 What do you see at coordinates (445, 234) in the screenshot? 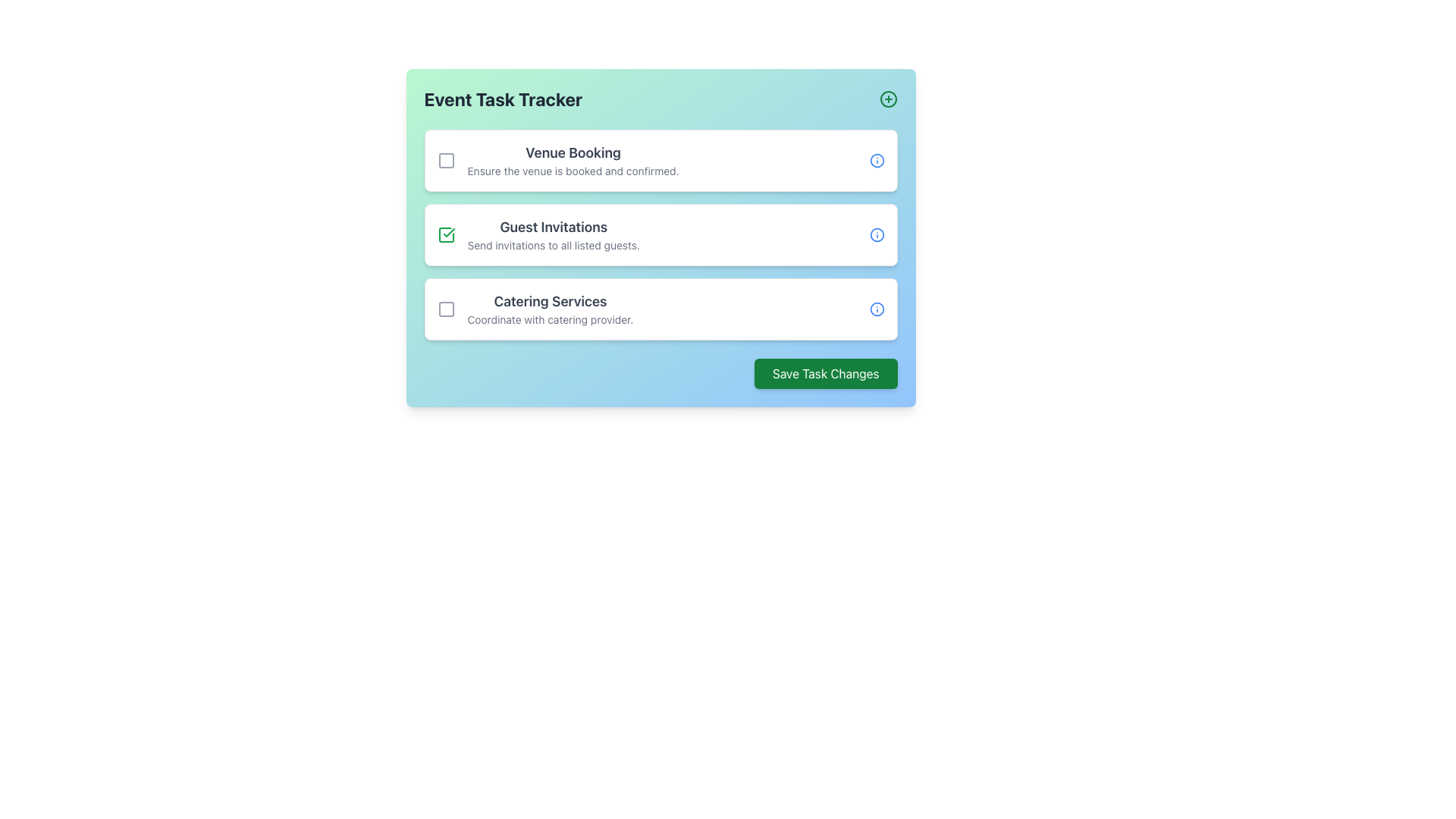
I see `the Checkbox with checkmark` at bounding box center [445, 234].